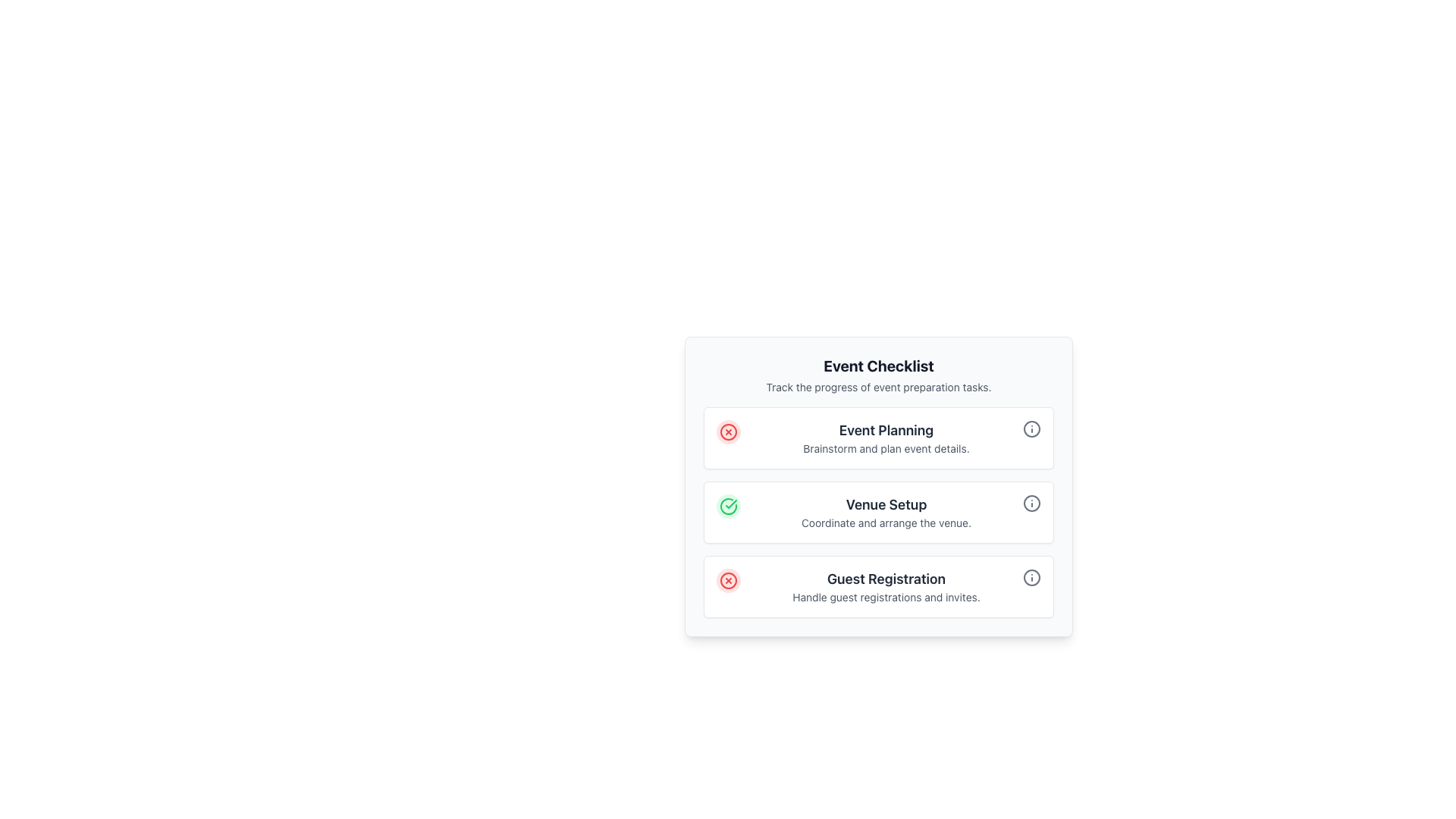 The image size is (1456, 819). I want to click on text content of the 'Guest Registration' Text Block located at the bottommost section of the card layout, so click(886, 586).